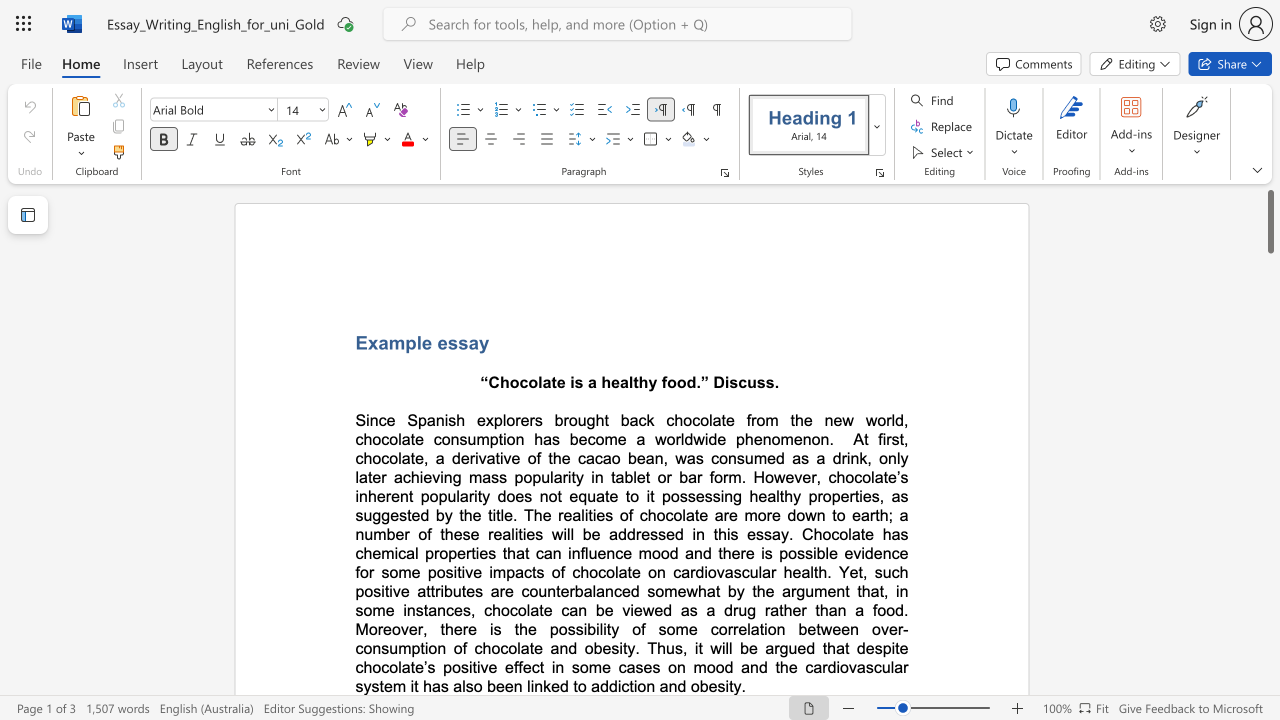 This screenshot has width=1280, height=720. I want to click on the scrollbar to scroll downward, so click(1269, 540).